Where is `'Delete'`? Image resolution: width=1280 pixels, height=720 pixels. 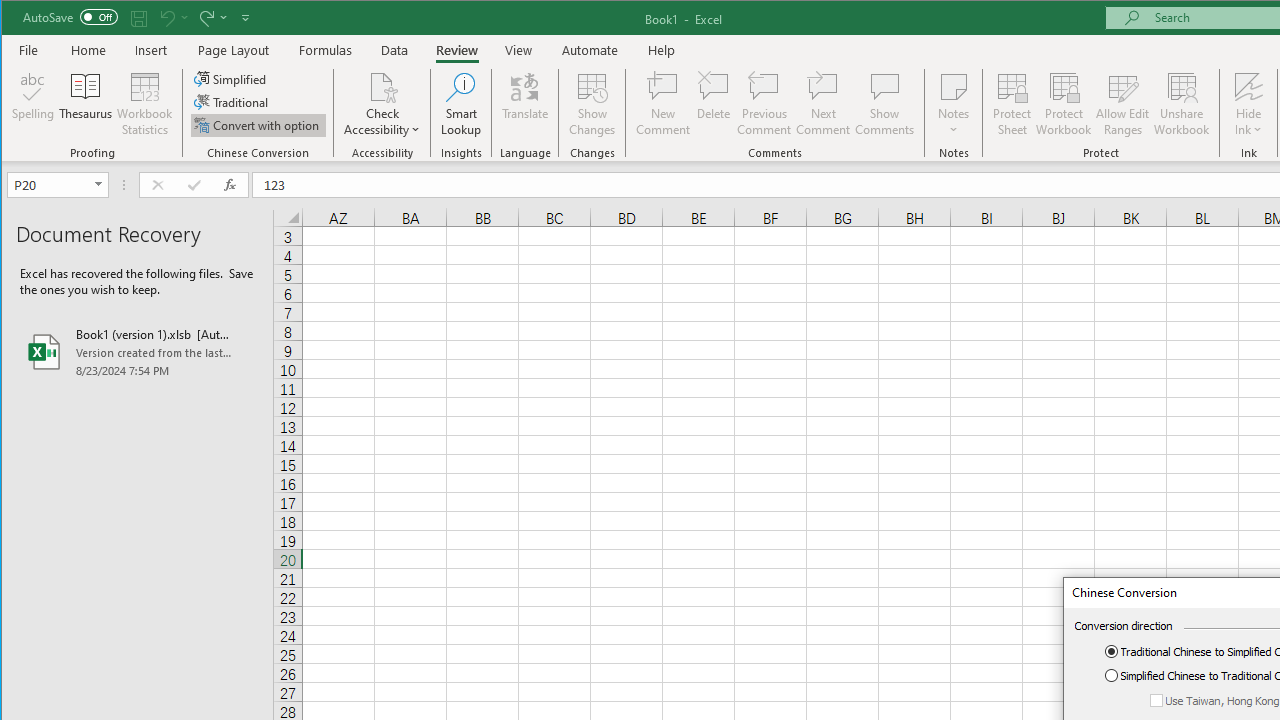
'Delete' is located at coordinates (713, 104).